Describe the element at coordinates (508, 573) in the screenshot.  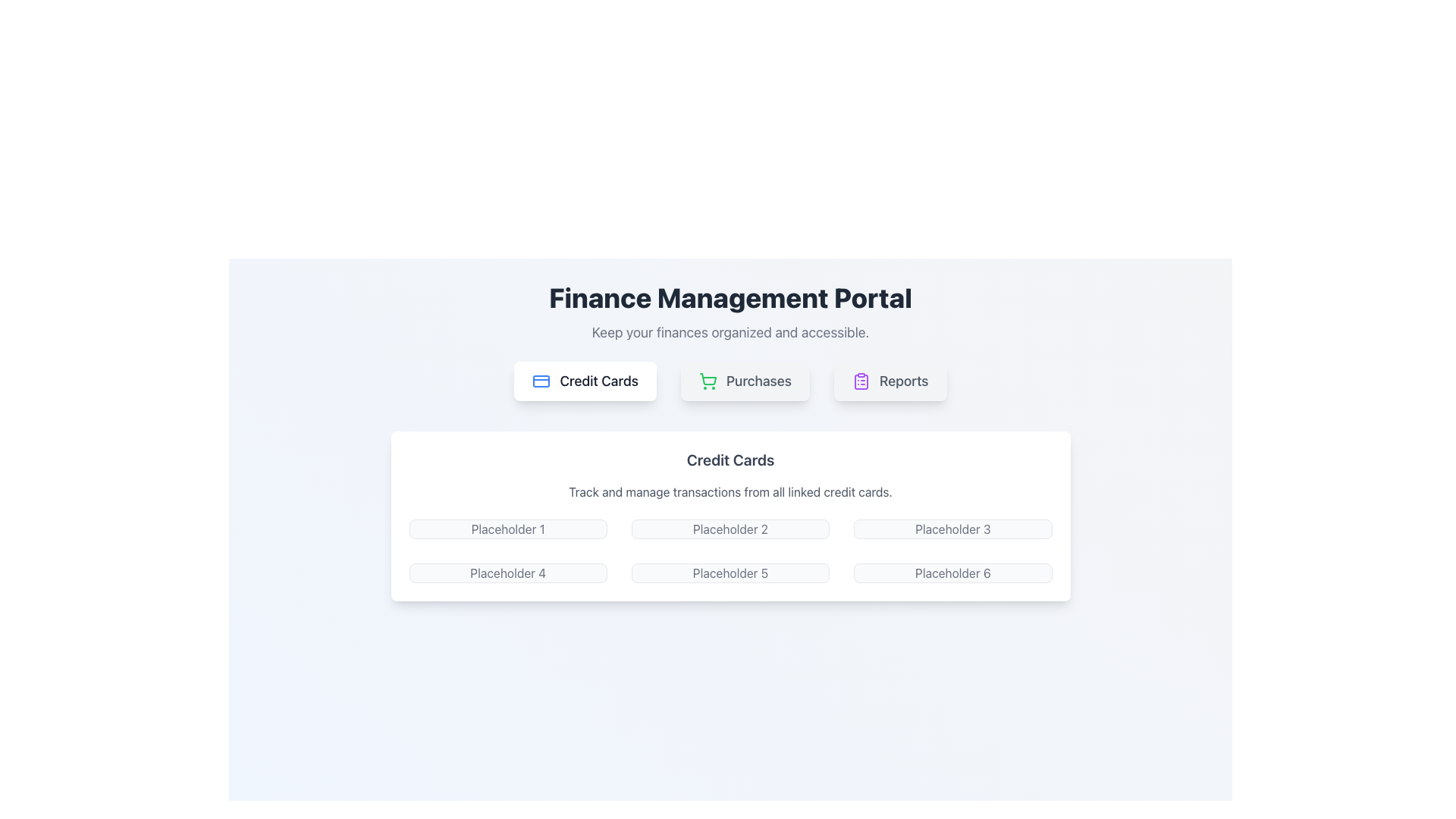
I see `the label displaying 'Placeholder 4' in light gray font, located in the 'Credit Cards' section of the central panel` at that location.